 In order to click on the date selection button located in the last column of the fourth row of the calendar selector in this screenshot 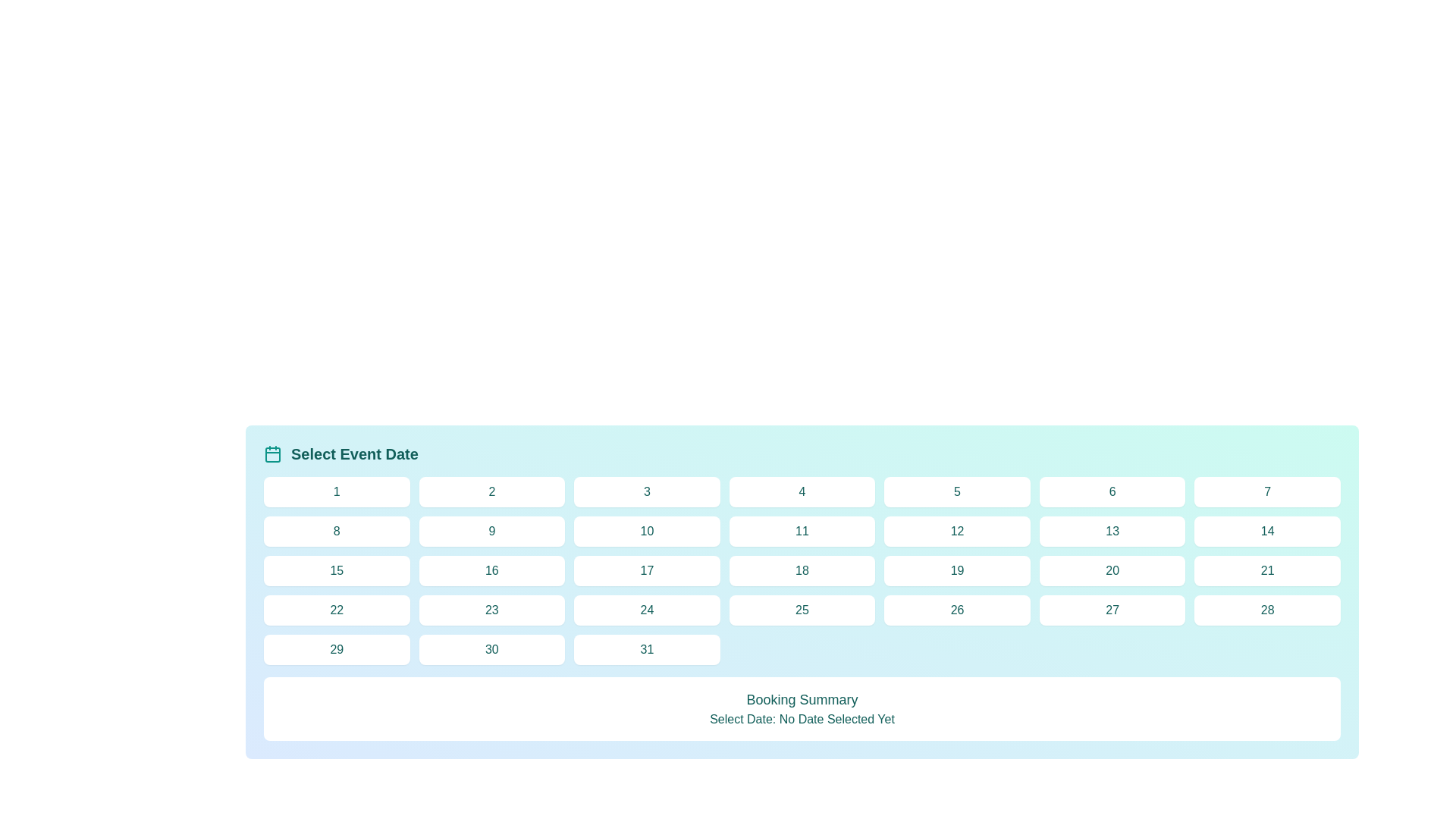, I will do `click(1267, 610)`.